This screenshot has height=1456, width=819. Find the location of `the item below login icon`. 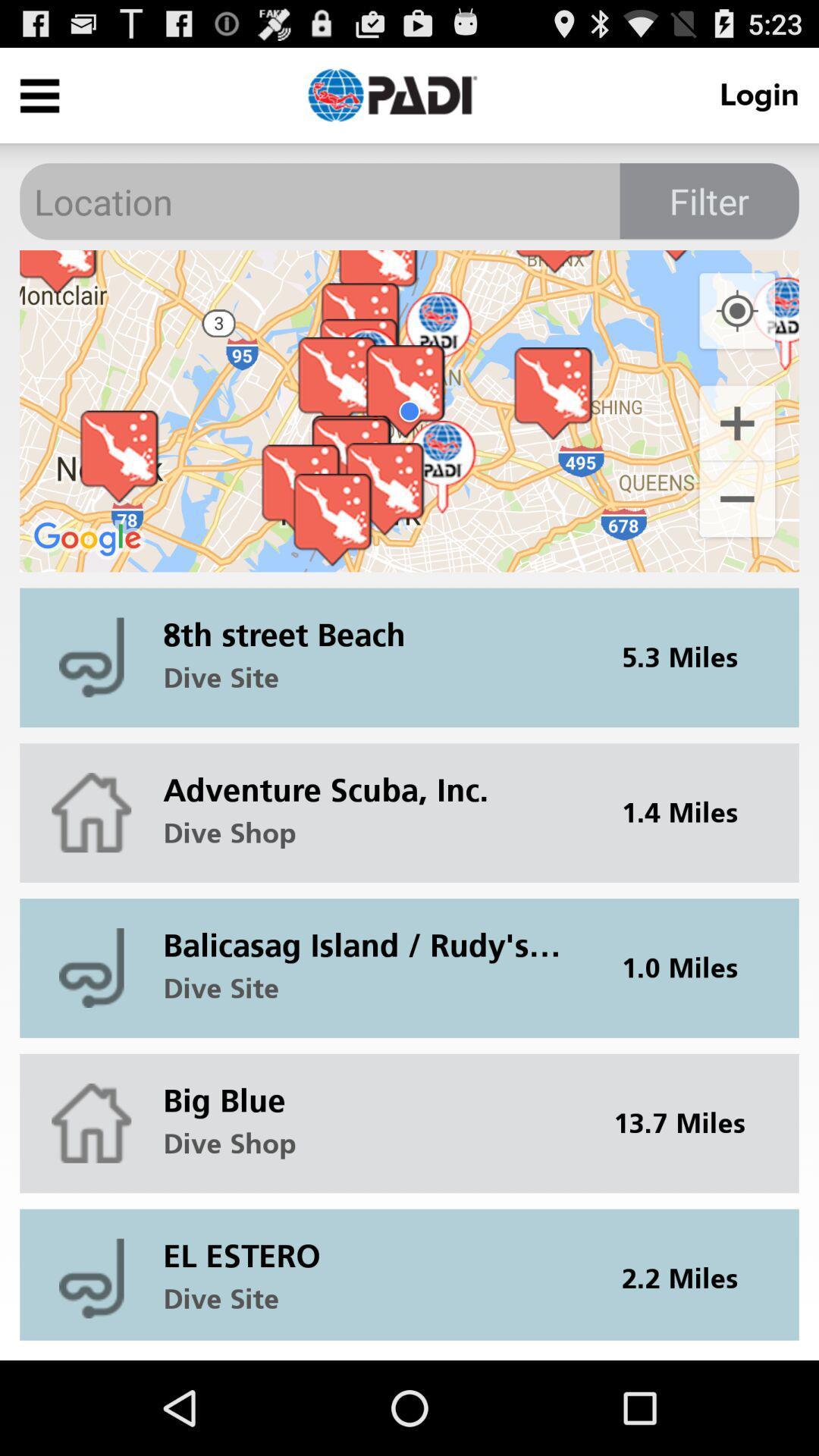

the item below login icon is located at coordinates (709, 200).